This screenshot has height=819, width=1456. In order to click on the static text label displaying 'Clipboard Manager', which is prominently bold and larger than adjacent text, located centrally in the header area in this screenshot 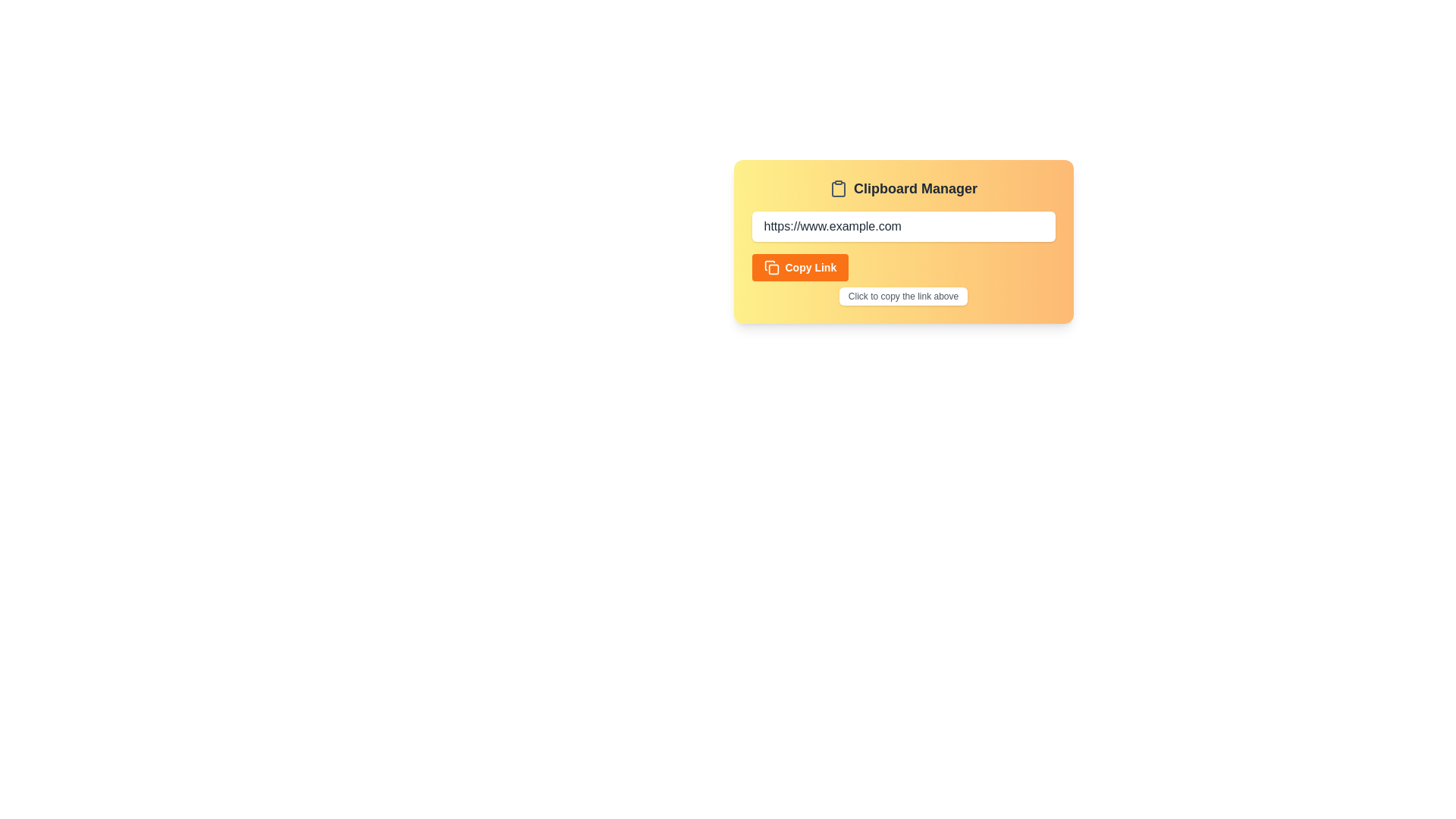, I will do `click(915, 188)`.